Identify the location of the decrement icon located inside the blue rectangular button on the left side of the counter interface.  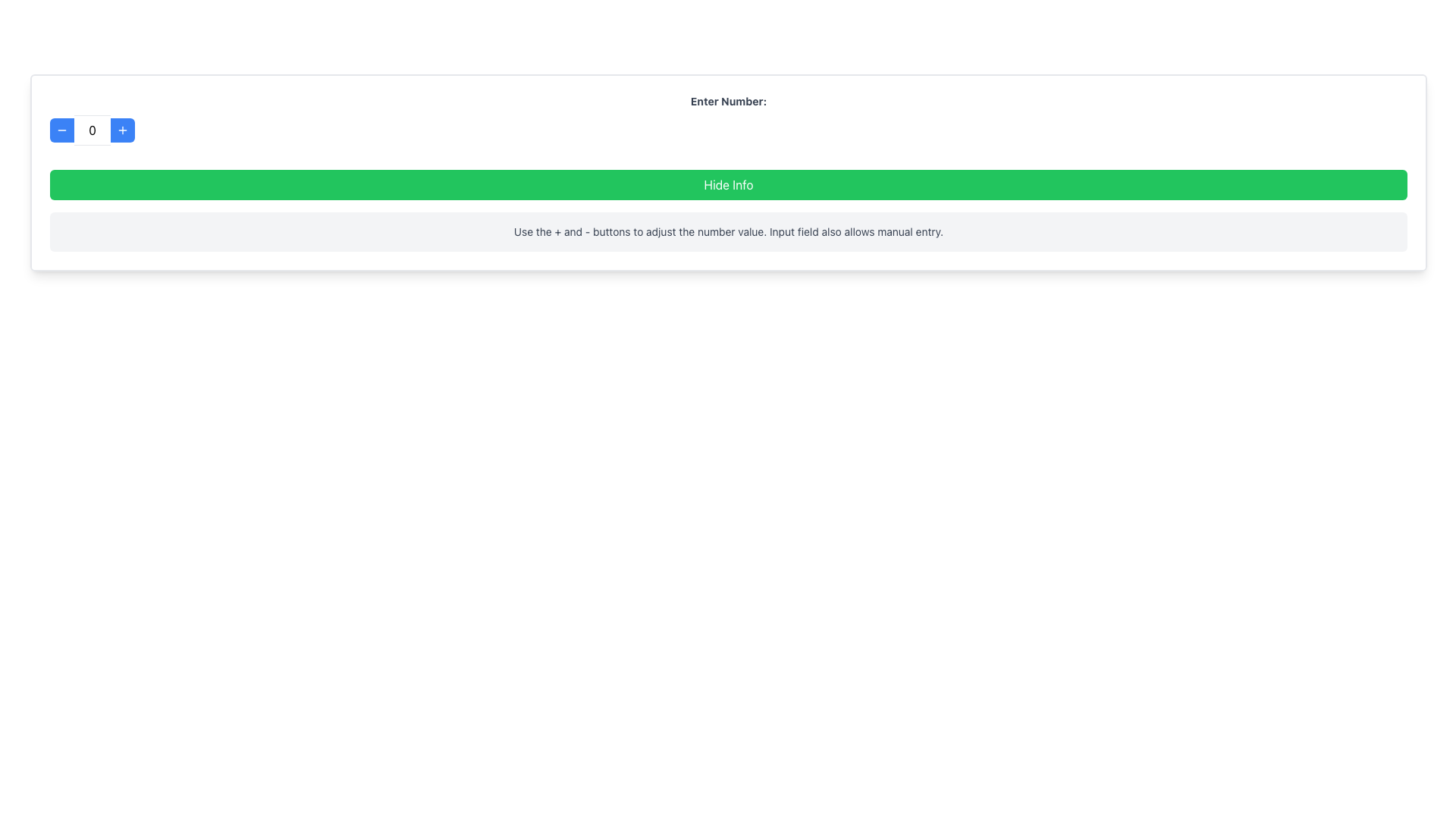
(61, 130).